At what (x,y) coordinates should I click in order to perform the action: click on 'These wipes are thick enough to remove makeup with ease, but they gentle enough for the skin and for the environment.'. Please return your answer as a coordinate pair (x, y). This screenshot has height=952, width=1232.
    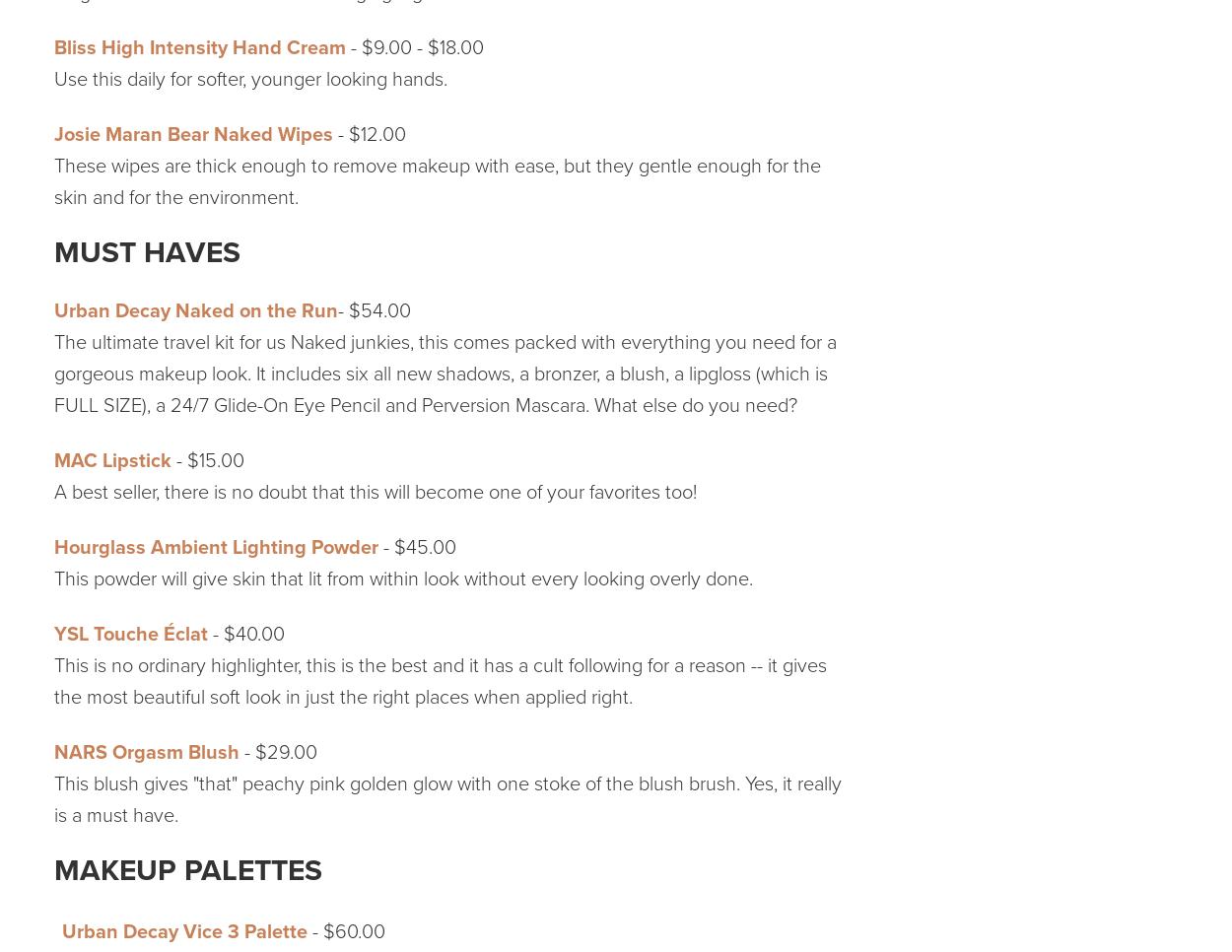
    Looking at the image, I should click on (437, 181).